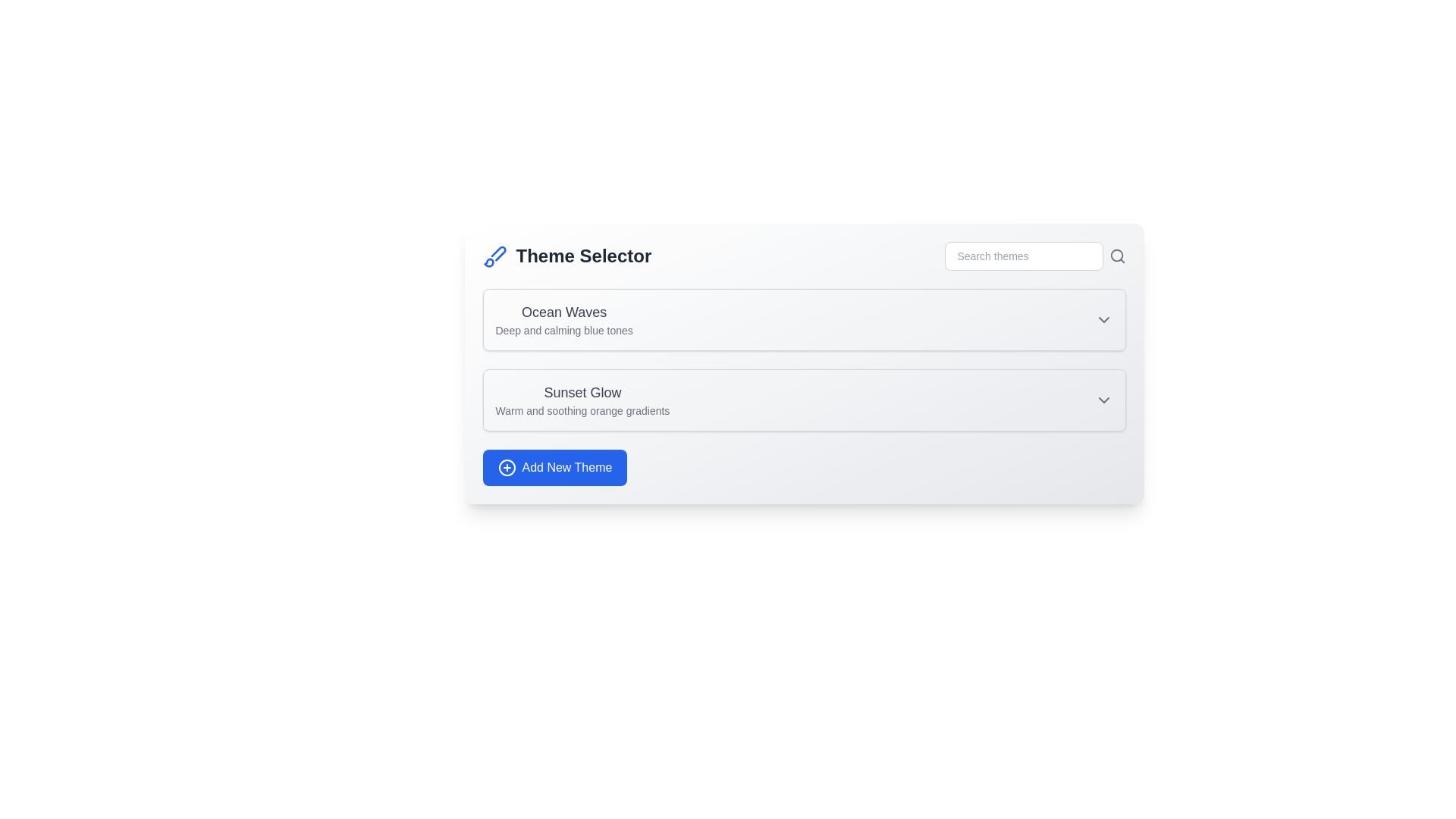 The image size is (1456, 819). What do you see at coordinates (803, 363) in the screenshot?
I see `the 'Theme Selector' panel to trigger interactive effects, which includes options for 'Ocean Waves' and 'Sunset Glow', and the 'Add New Theme' button located at the bottom` at bounding box center [803, 363].